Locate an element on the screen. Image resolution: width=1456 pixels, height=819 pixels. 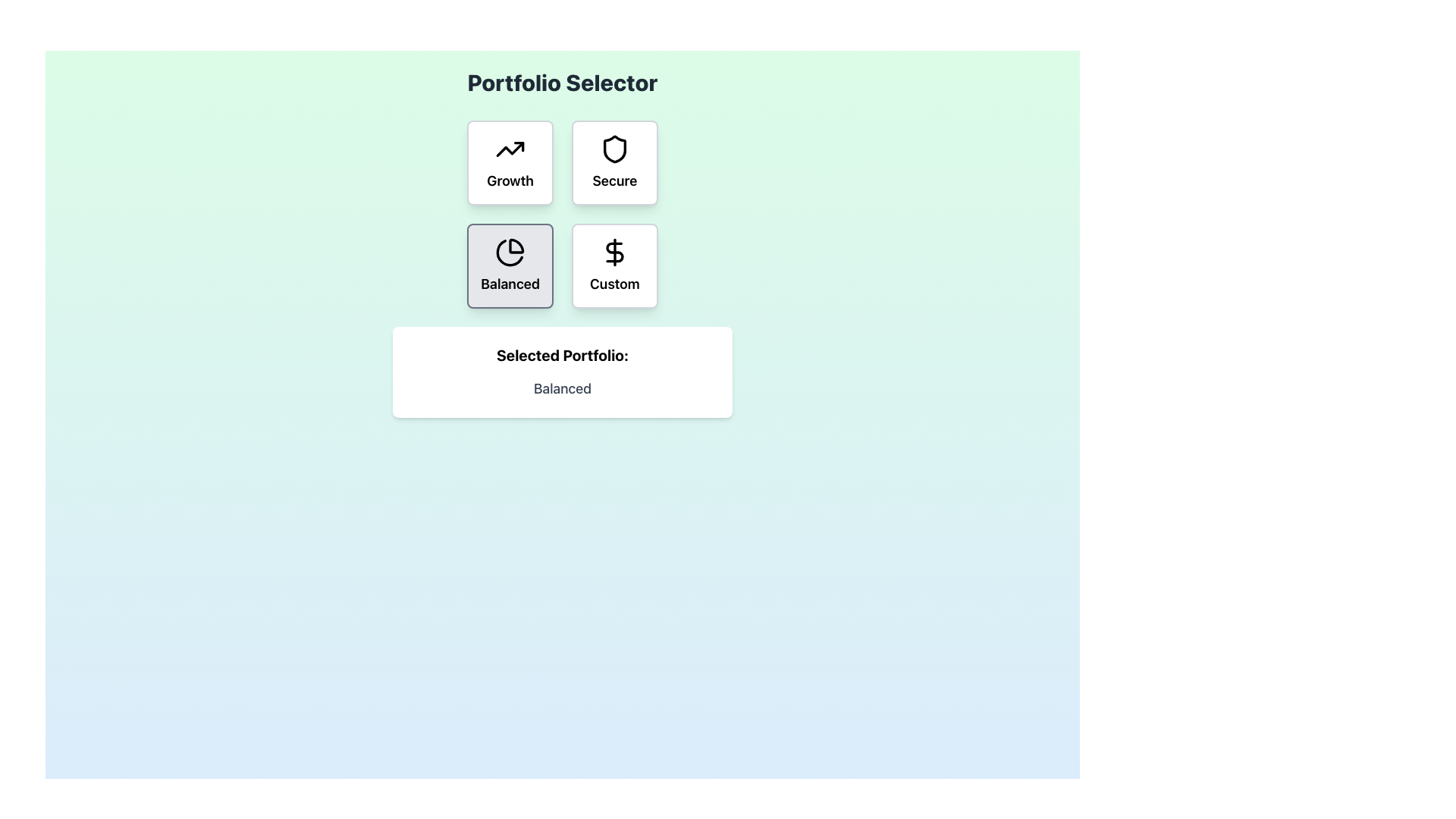
the square button labeled 'Balanced' with a pie chart icon, located in the lower-left quadrant of the grid is located at coordinates (510, 265).